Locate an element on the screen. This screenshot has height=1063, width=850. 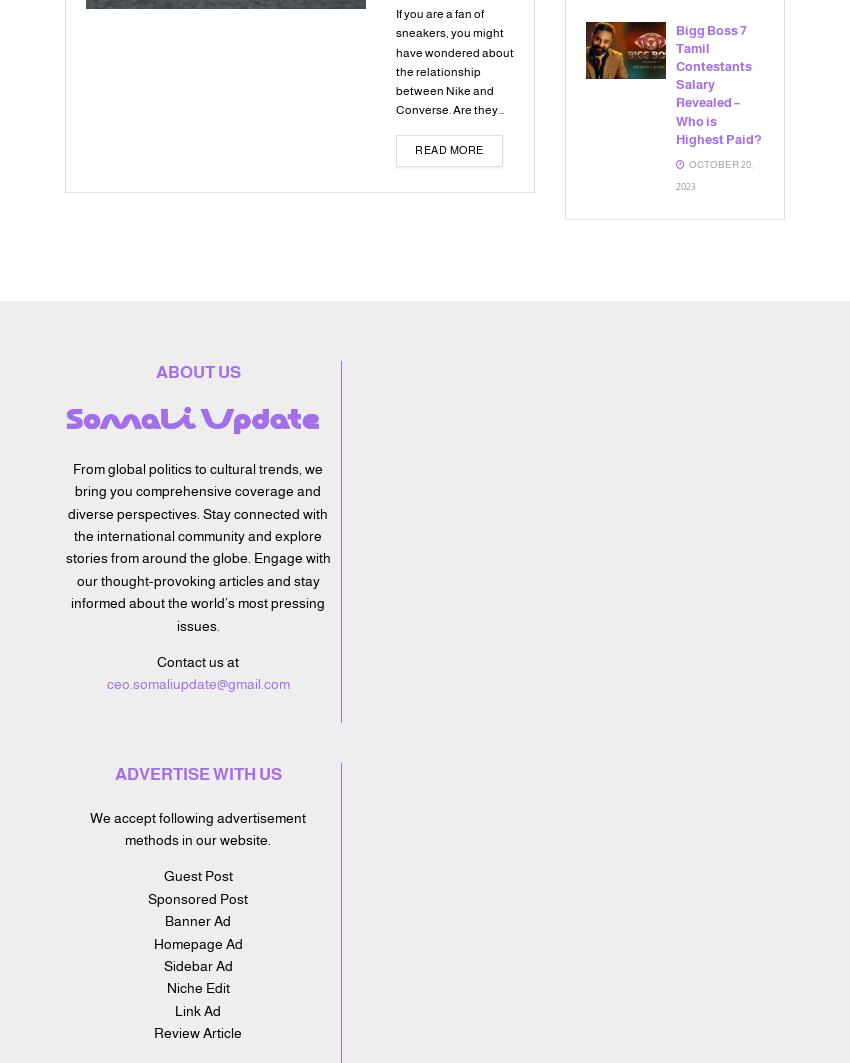
'October 20, 2023' is located at coordinates (676, 174).